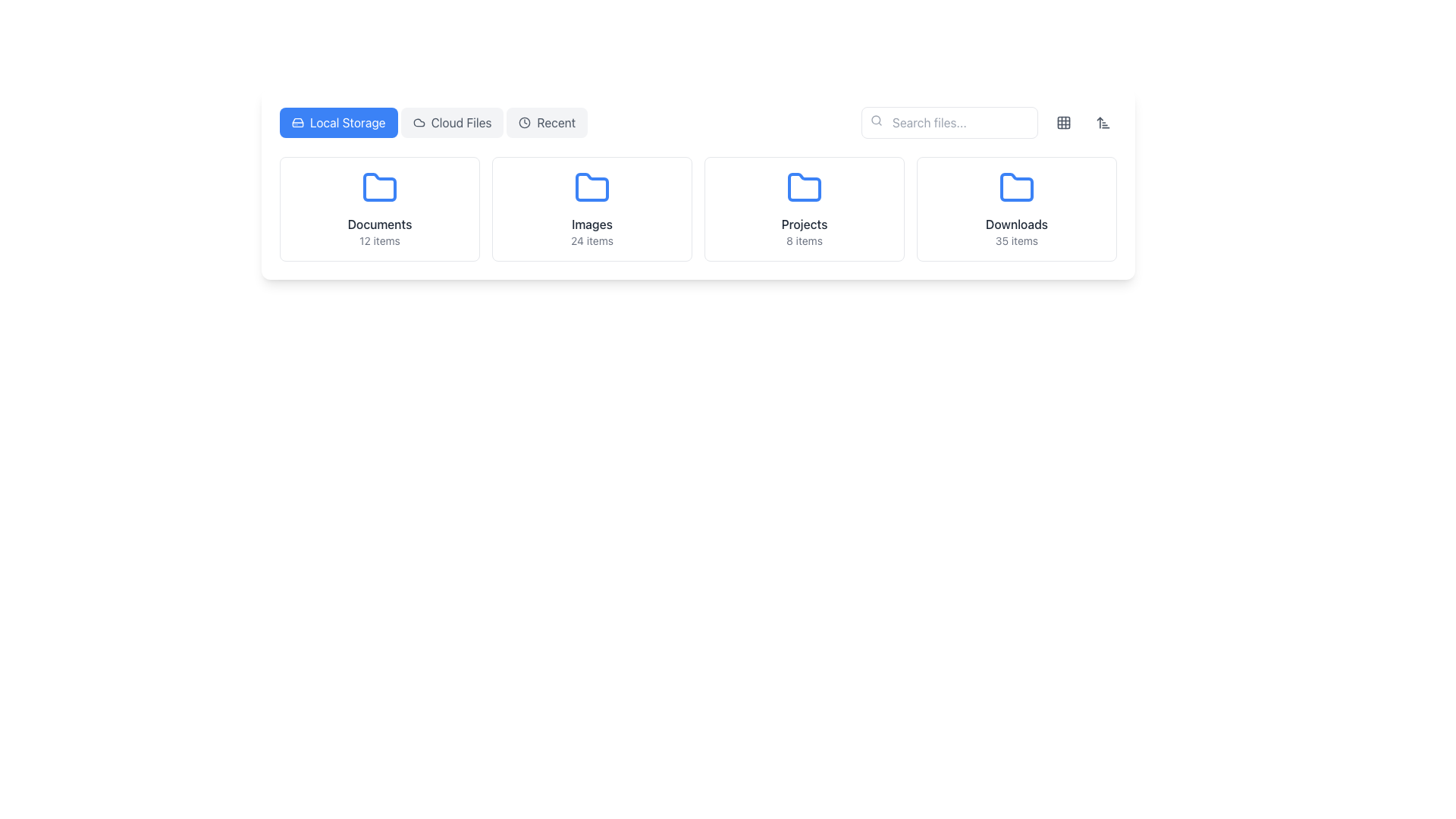  Describe the element at coordinates (803, 209) in the screenshot. I see `the 'Projects' card button, which is the third card in a row of four, located between the 'Images' card and the 'Downloads' card` at that location.